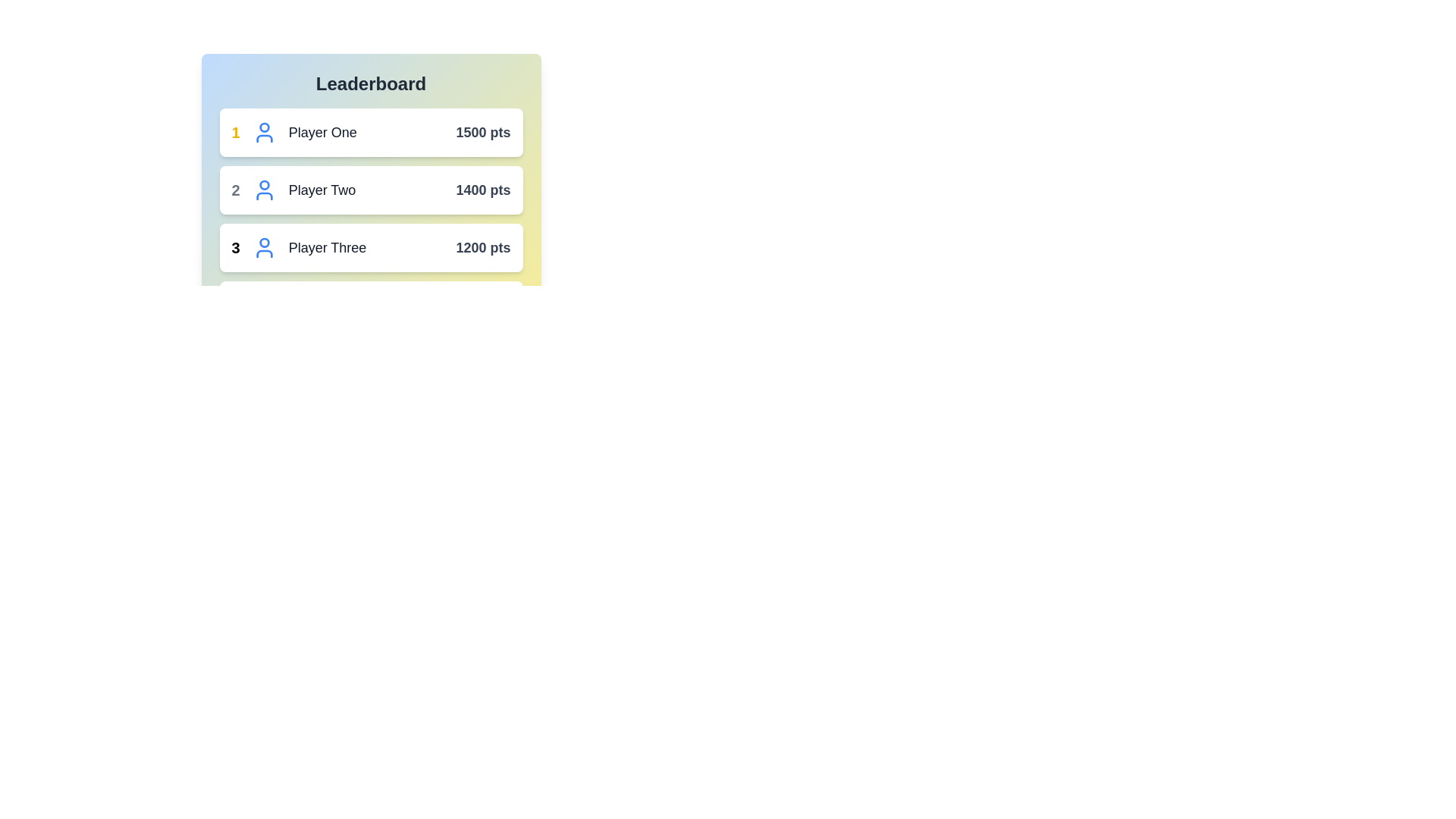  I want to click on the score of player Player Two to select it, so click(482, 189).